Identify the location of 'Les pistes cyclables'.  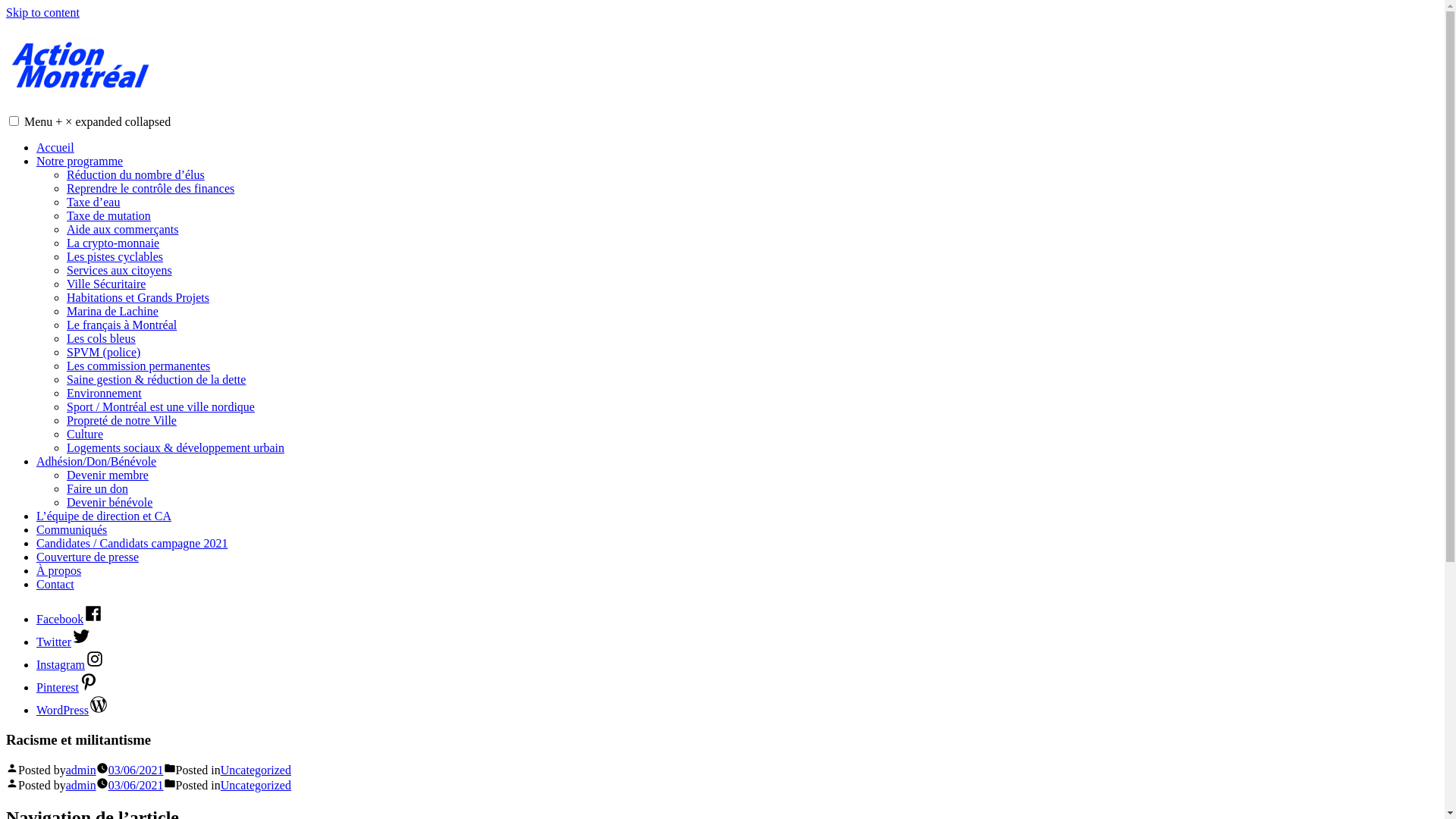
(114, 256).